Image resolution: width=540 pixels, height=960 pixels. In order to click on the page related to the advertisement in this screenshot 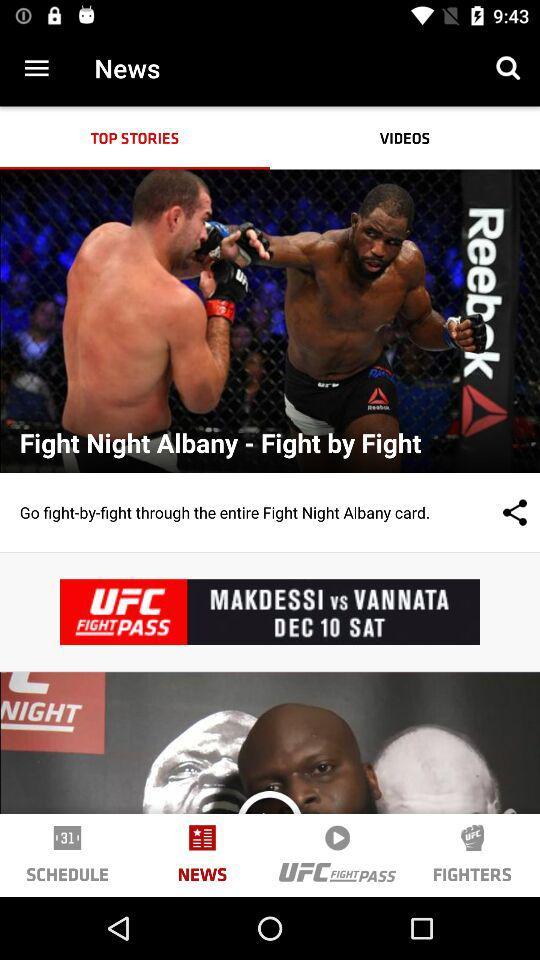, I will do `click(270, 611)`.